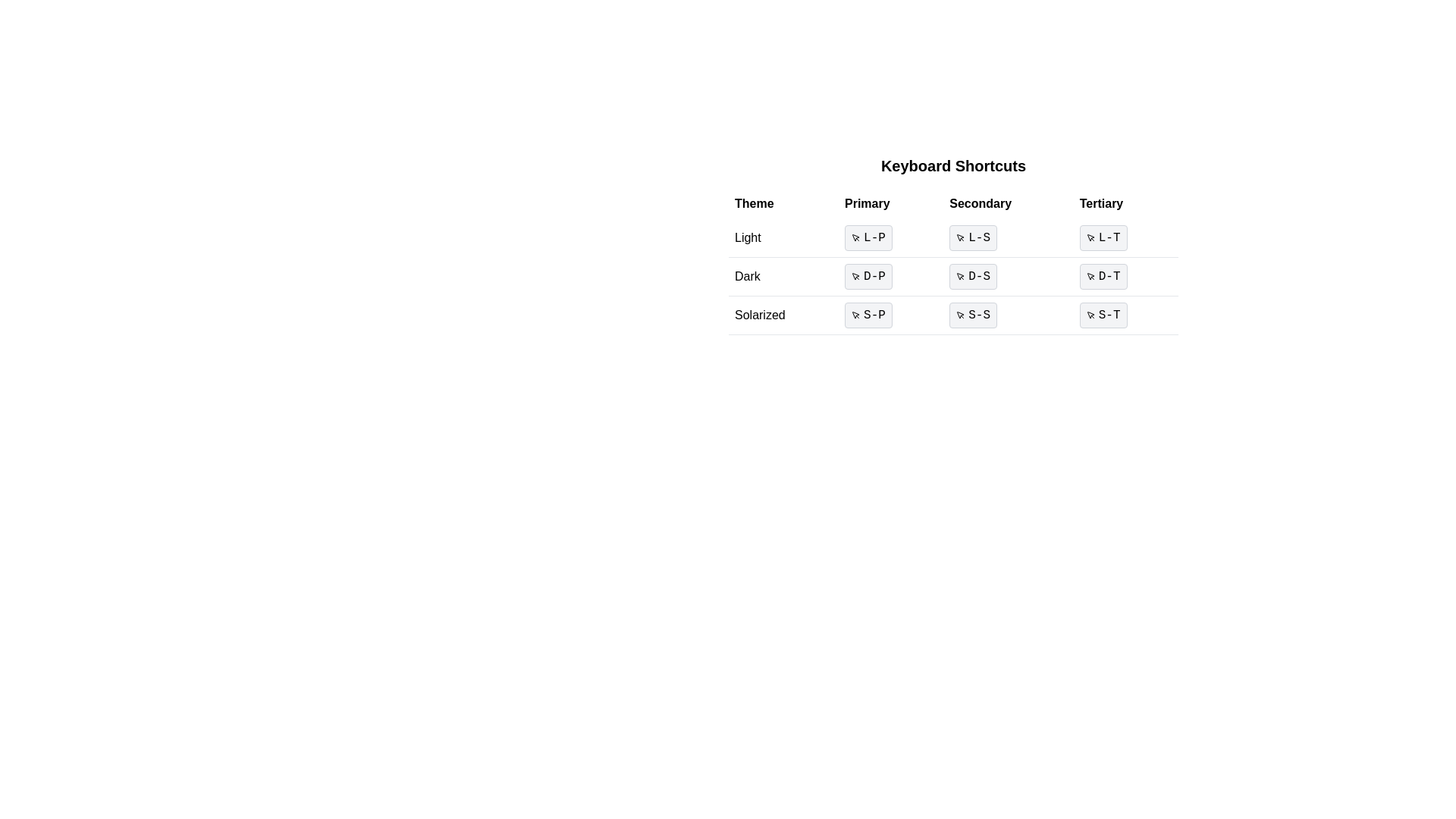 Image resolution: width=1456 pixels, height=819 pixels. Describe the element at coordinates (973, 237) in the screenshot. I see `the 'L-S' button with a light gray background and a pointer arrow icon, located in the second column of the first row under 'Keyboard Shortcuts', representing the 'Secondary' shortcut for the 'Light' theme` at that location.